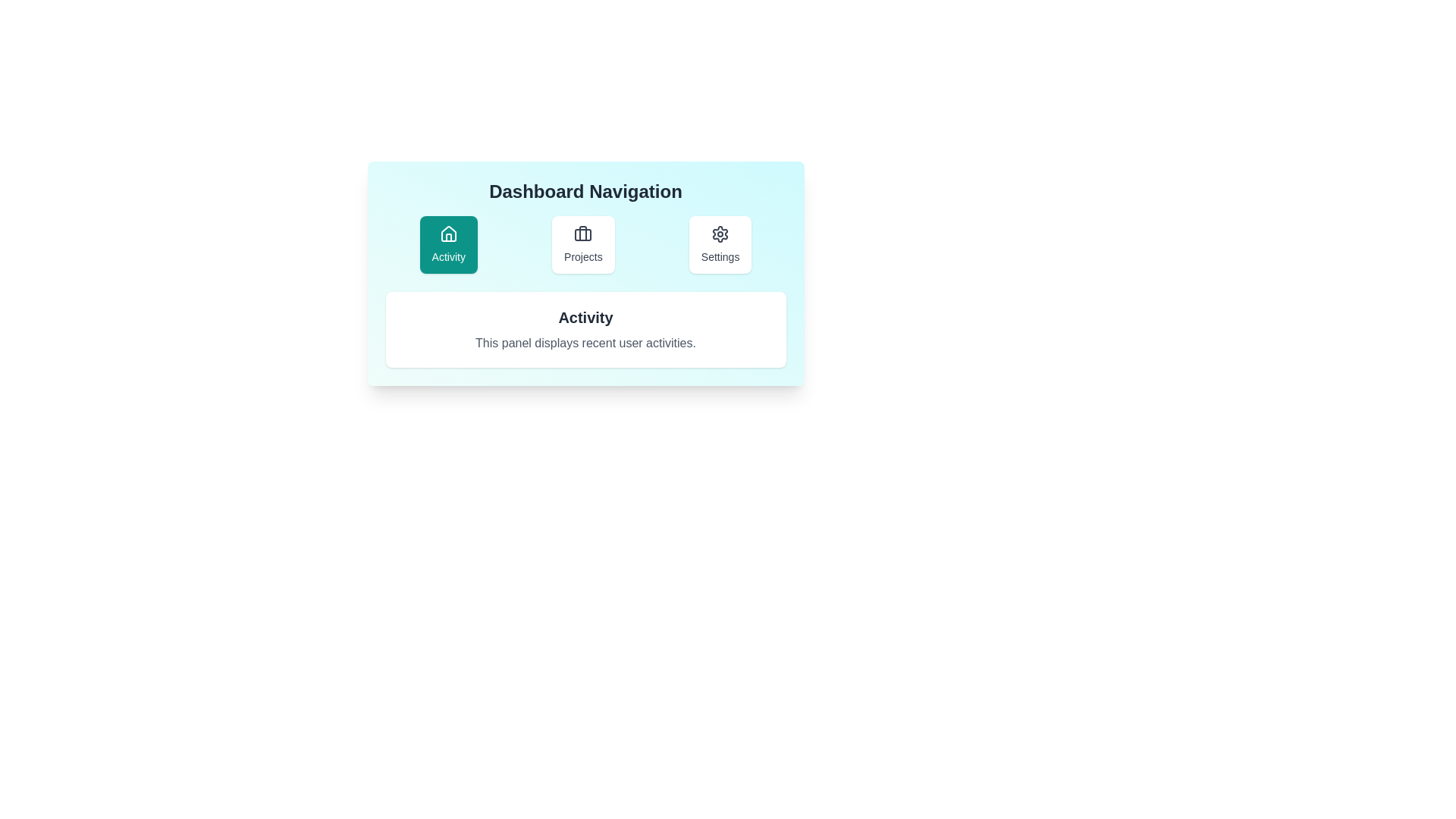  What do you see at coordinates (720, 234) in the screenshot?
I see `the settings icon located at the top-right corner of the navigation card, positioned after 'Activity' and 'Projects'` at bounding box center [720, 234].